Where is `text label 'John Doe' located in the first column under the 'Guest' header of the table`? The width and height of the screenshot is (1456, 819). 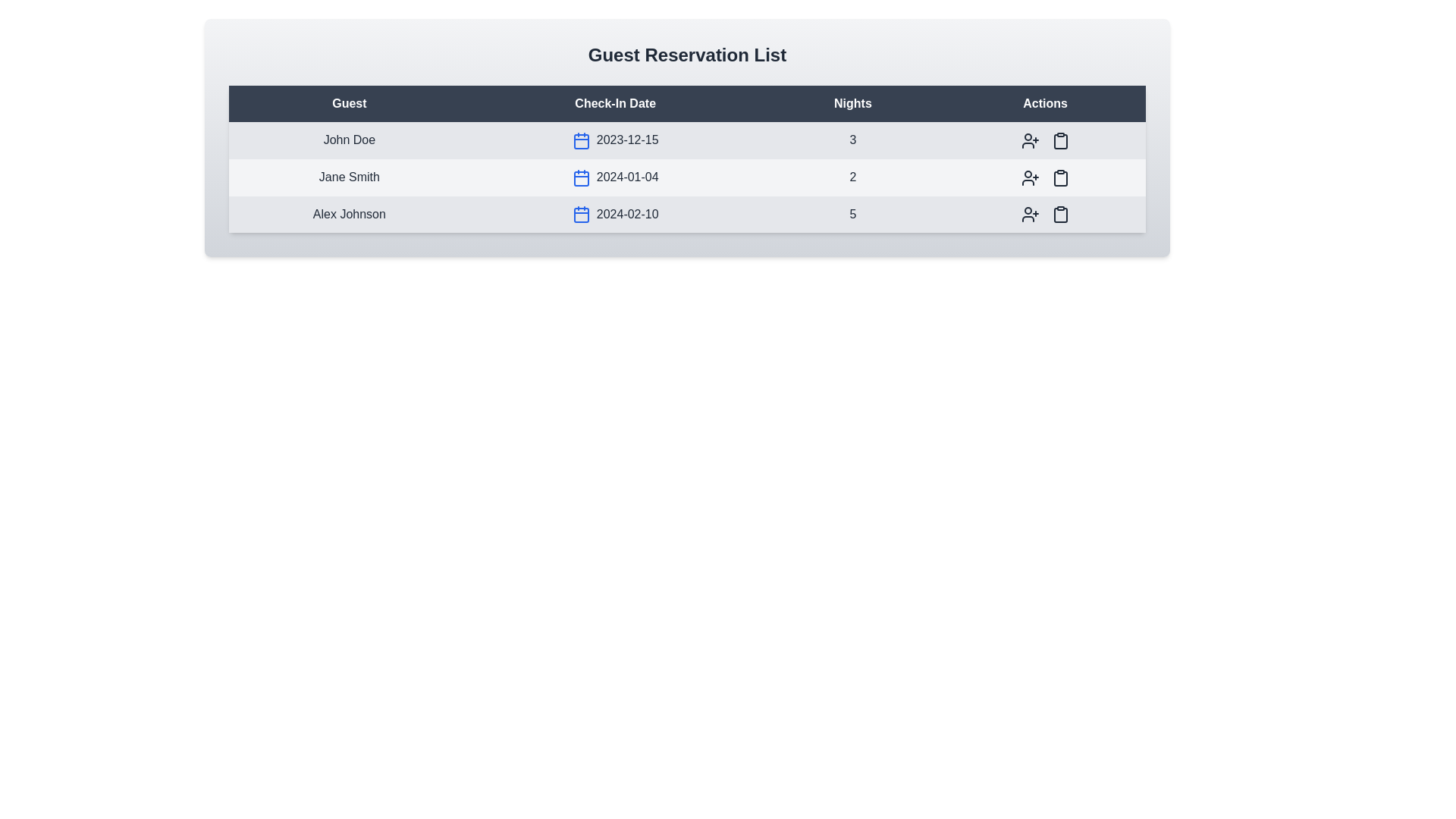 text label 'John Doe' located in the first column under the 'Guest' header of the table is located at coordinates (348, 140).